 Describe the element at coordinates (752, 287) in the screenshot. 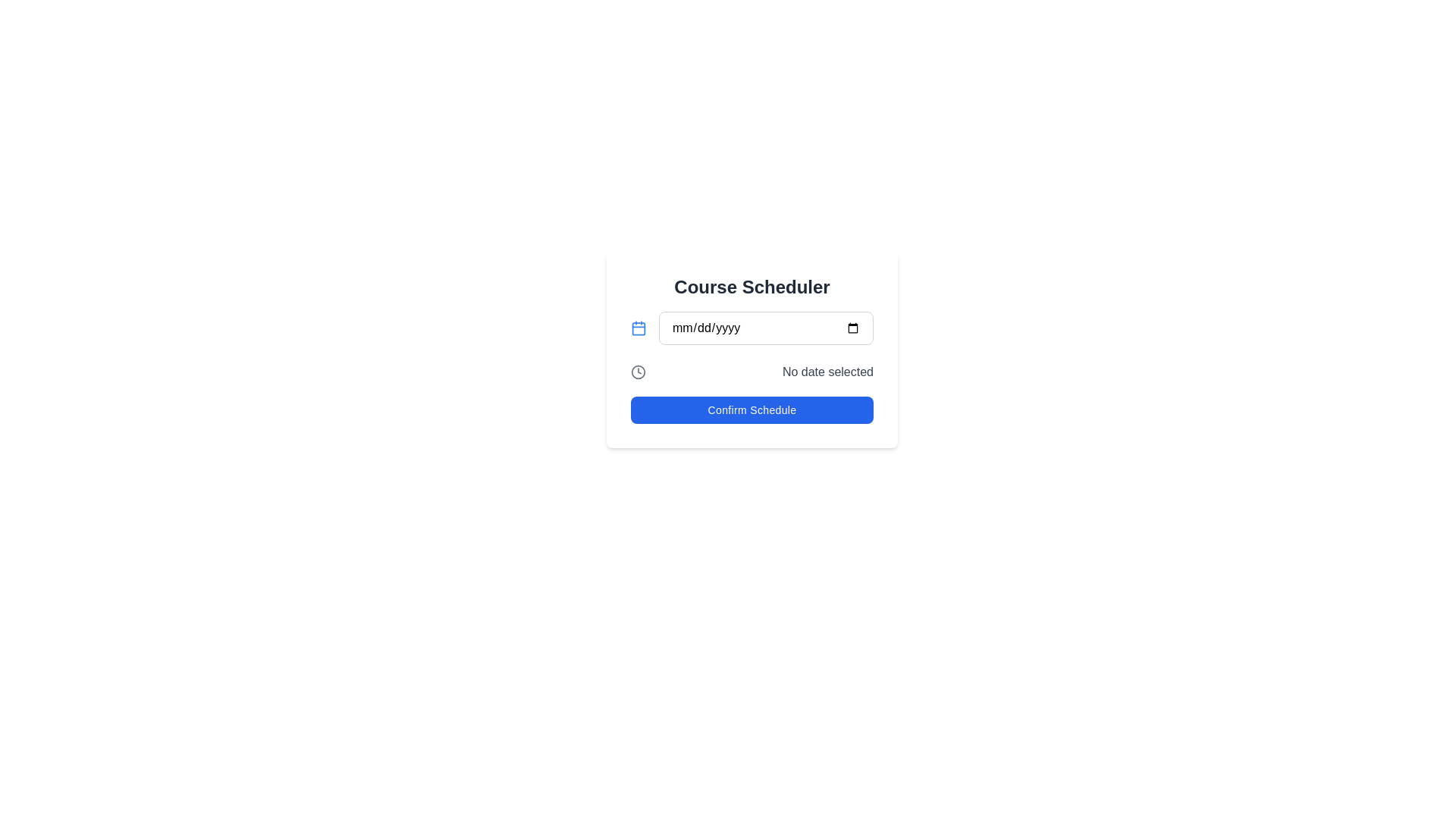

I see `the text label displaying 'Course Scheduler', which is styled in bold and slightly larger font, positioned at the top of the content section` at that location.